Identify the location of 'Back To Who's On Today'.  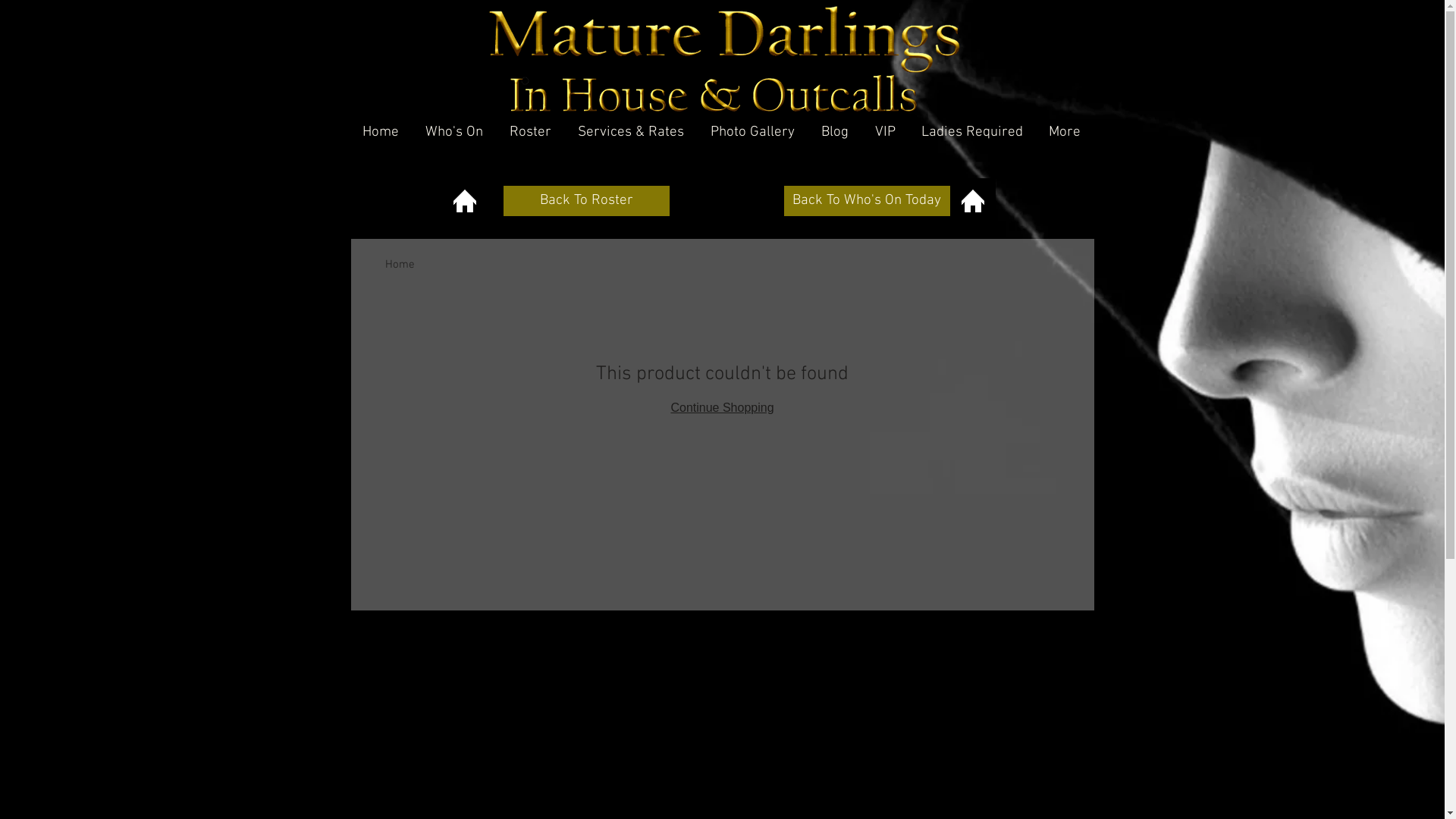
(867, 200).